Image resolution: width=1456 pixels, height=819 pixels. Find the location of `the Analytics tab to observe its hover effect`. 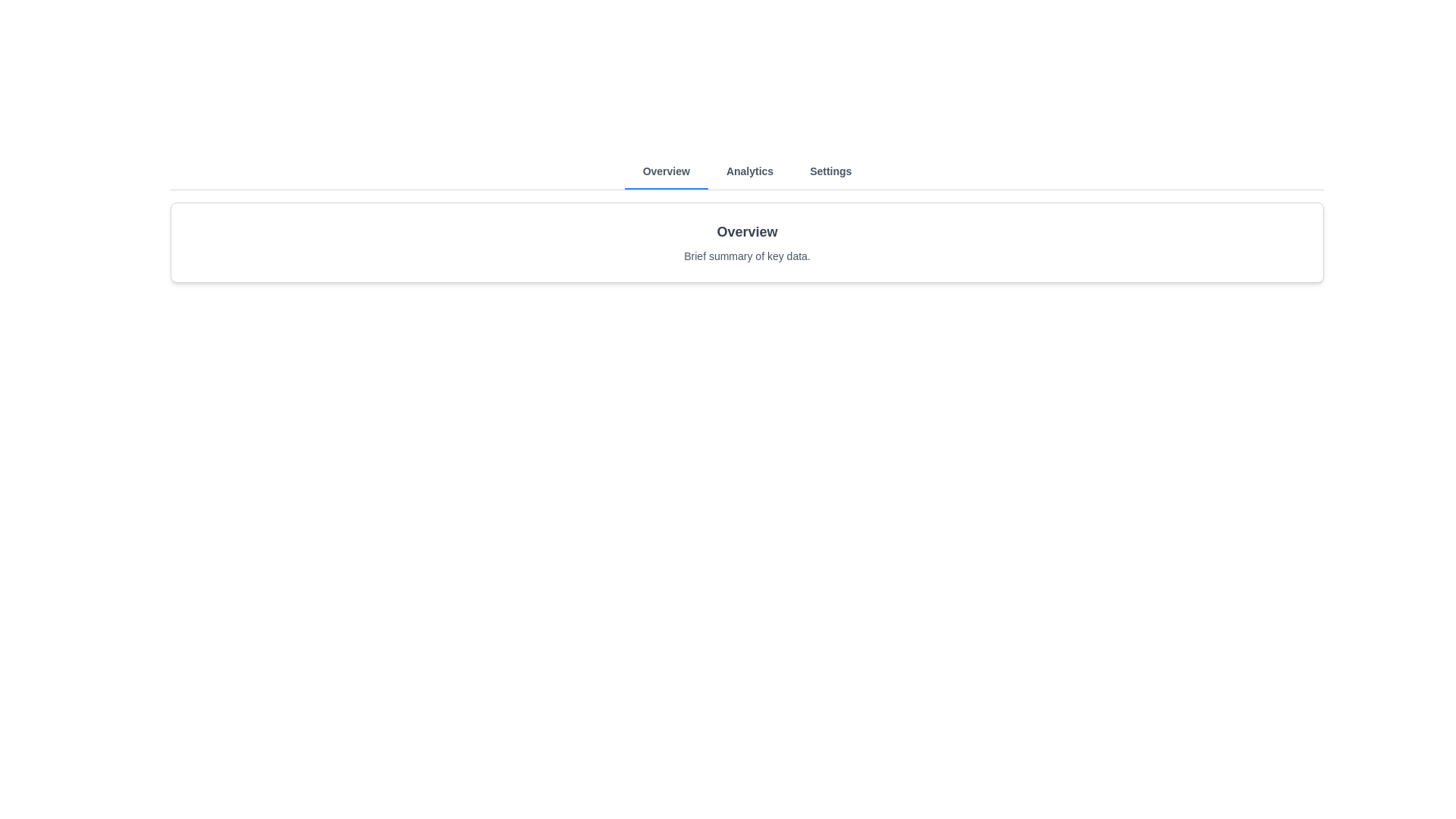

the Analytics tab to observe its hover effect is located at coordinates (749, 171).